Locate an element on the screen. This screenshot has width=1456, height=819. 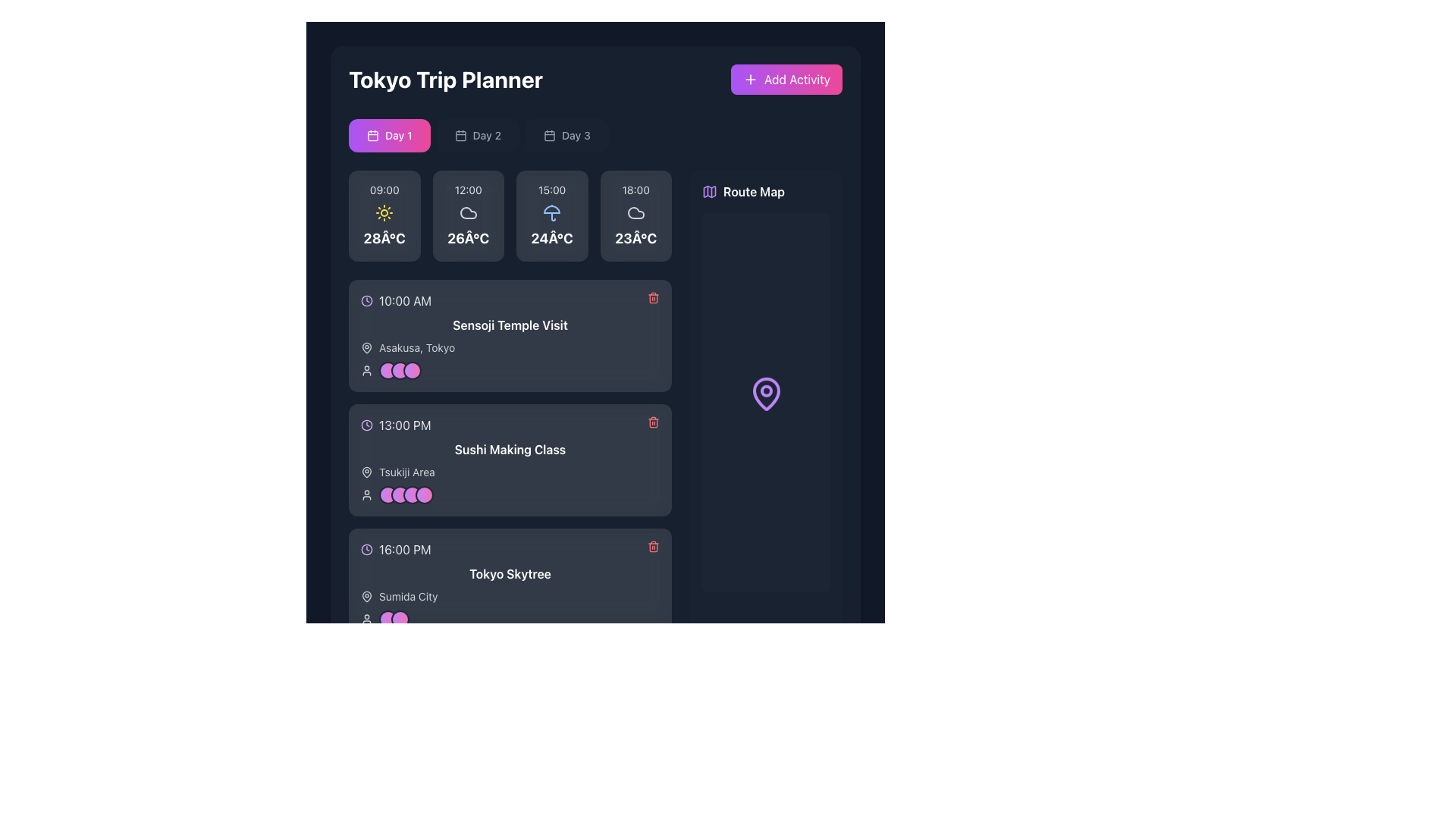
the button with combined icon and label located in the top-right section of the interface is located at coordinates (743, 191).